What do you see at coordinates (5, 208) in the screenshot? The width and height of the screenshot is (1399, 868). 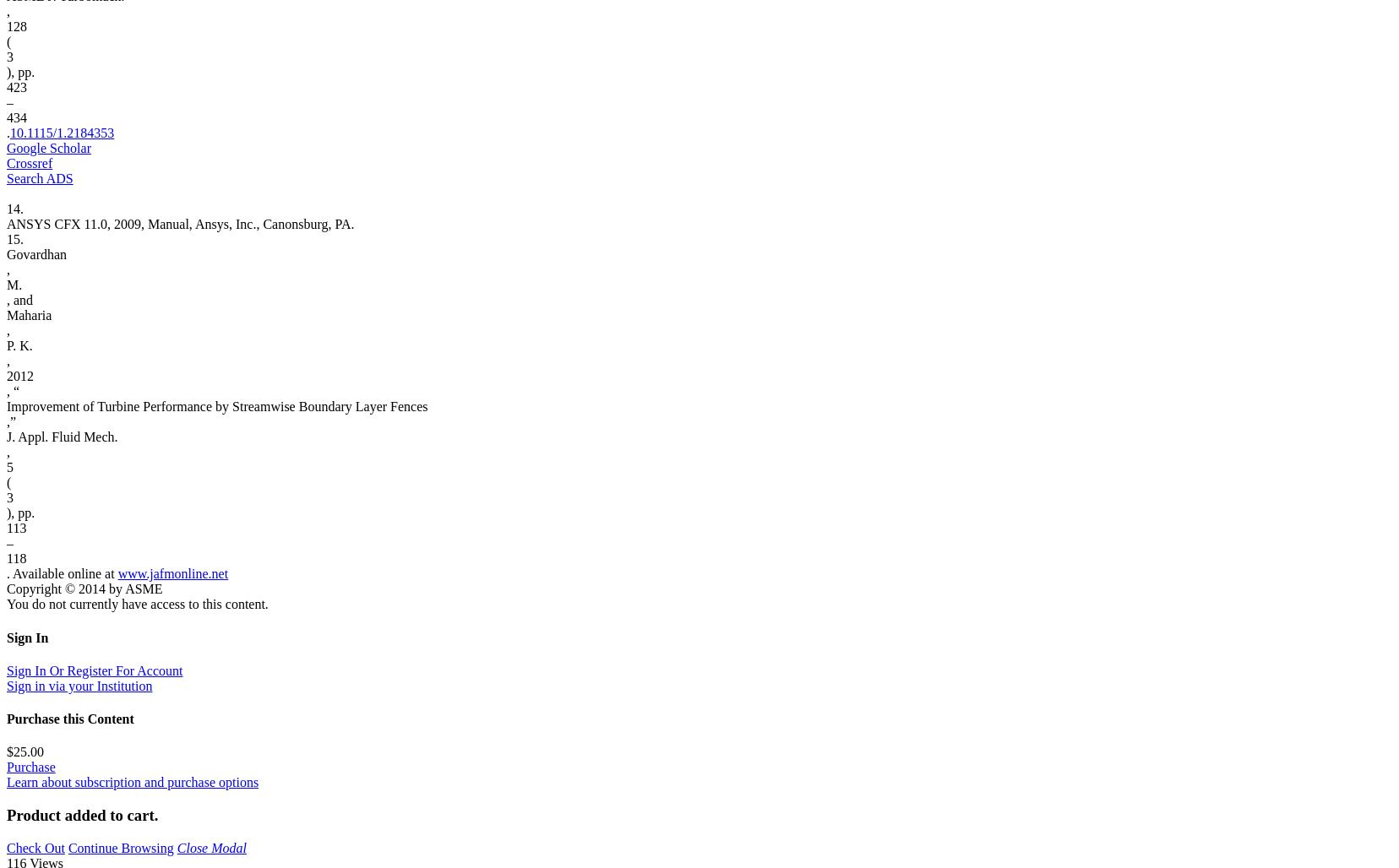 I see `'14.'` at bounding box center [5, 208].